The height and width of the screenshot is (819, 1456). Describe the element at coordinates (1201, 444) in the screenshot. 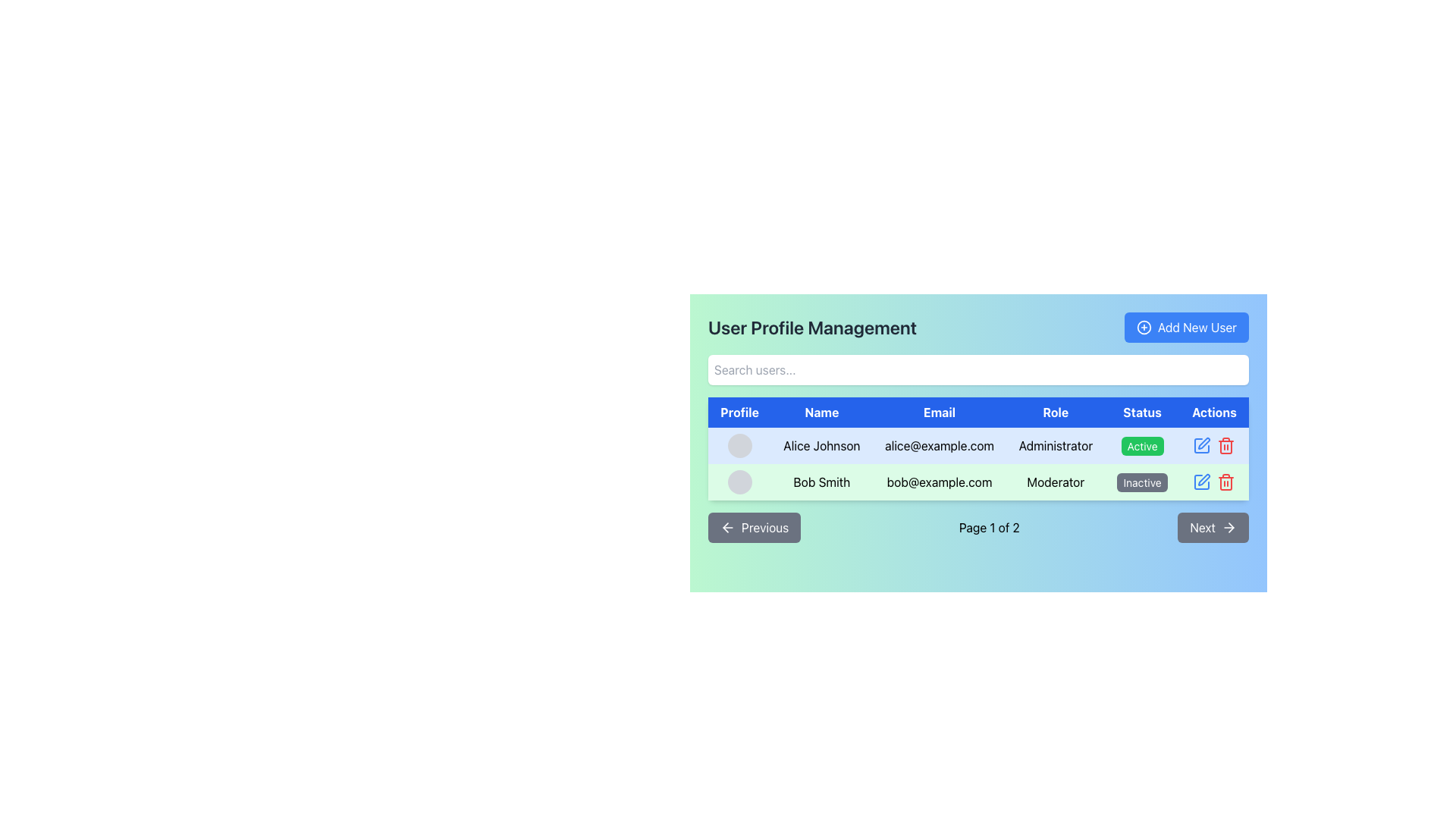

I see `the Edit button (icon-based) in the Actions column of the data table` at that location.